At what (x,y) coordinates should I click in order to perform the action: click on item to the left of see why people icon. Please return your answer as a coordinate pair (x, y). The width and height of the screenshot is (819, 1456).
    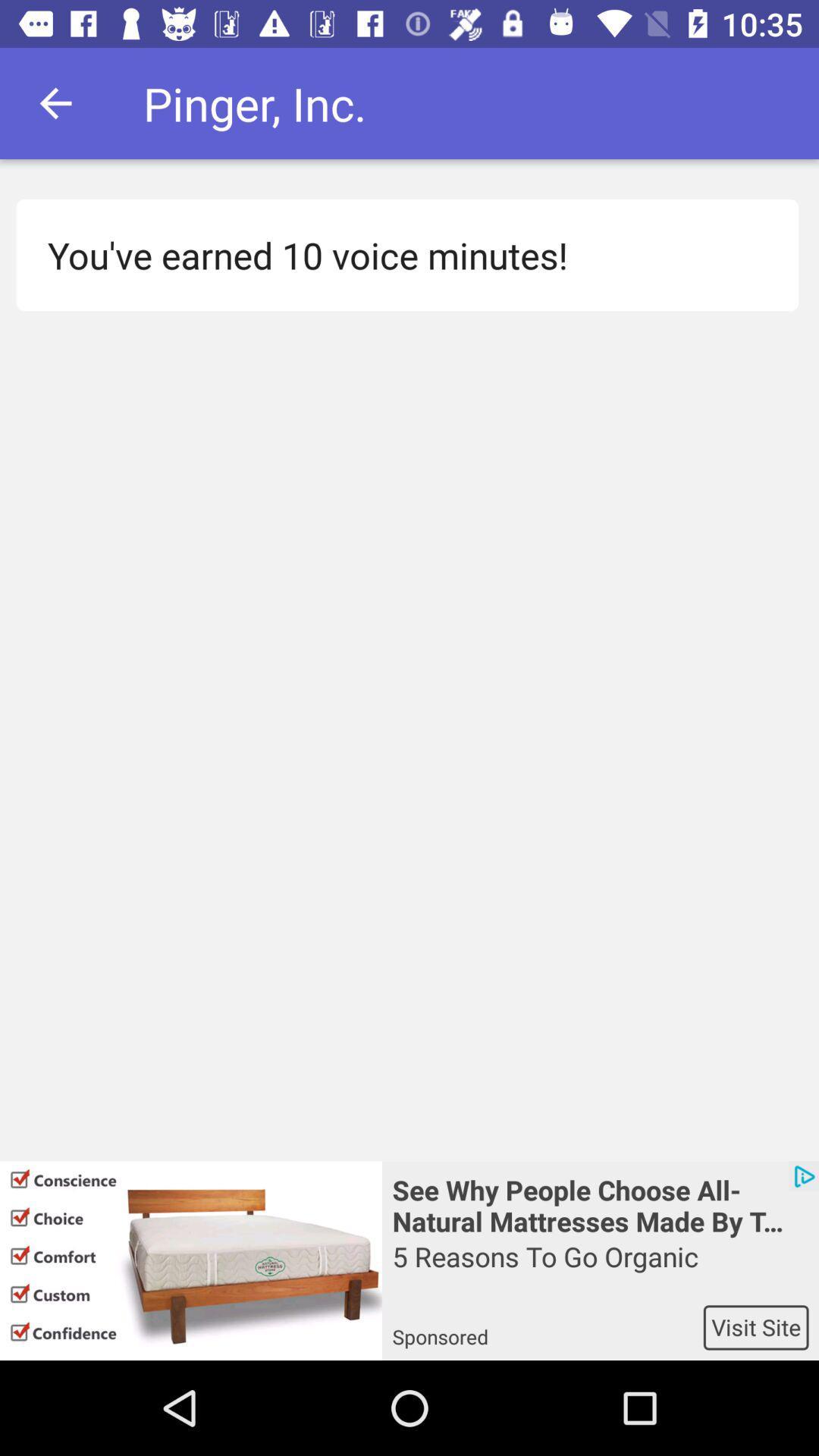
    Looking at the image, I should click on (190, 1260).